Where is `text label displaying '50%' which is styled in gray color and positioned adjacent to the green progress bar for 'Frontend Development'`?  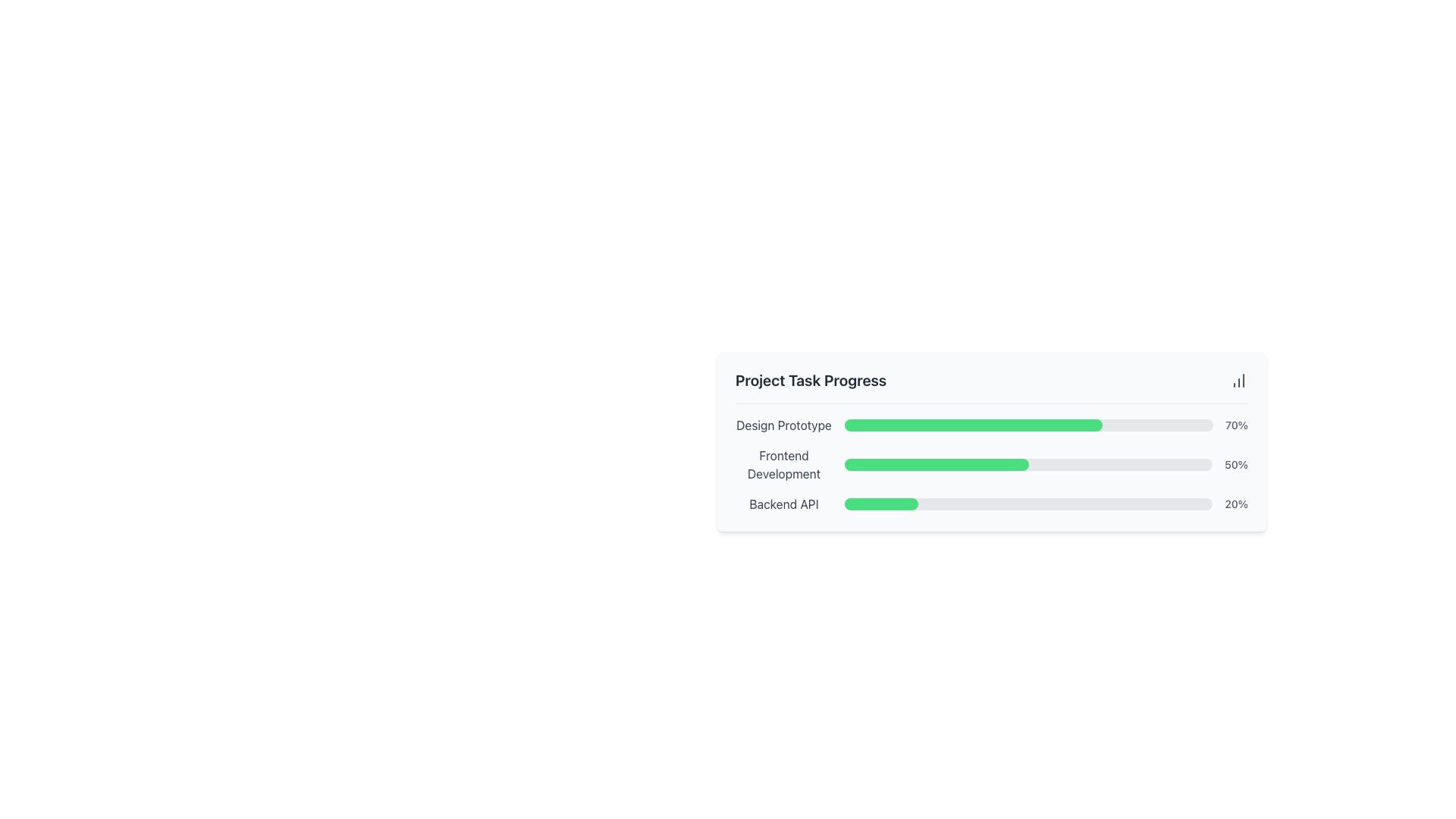
text label displaying '50%' which is styled in gray color and positioned adjacent to the green progress bar for 'Frontend Development' is located at coordinates (1236, 464).